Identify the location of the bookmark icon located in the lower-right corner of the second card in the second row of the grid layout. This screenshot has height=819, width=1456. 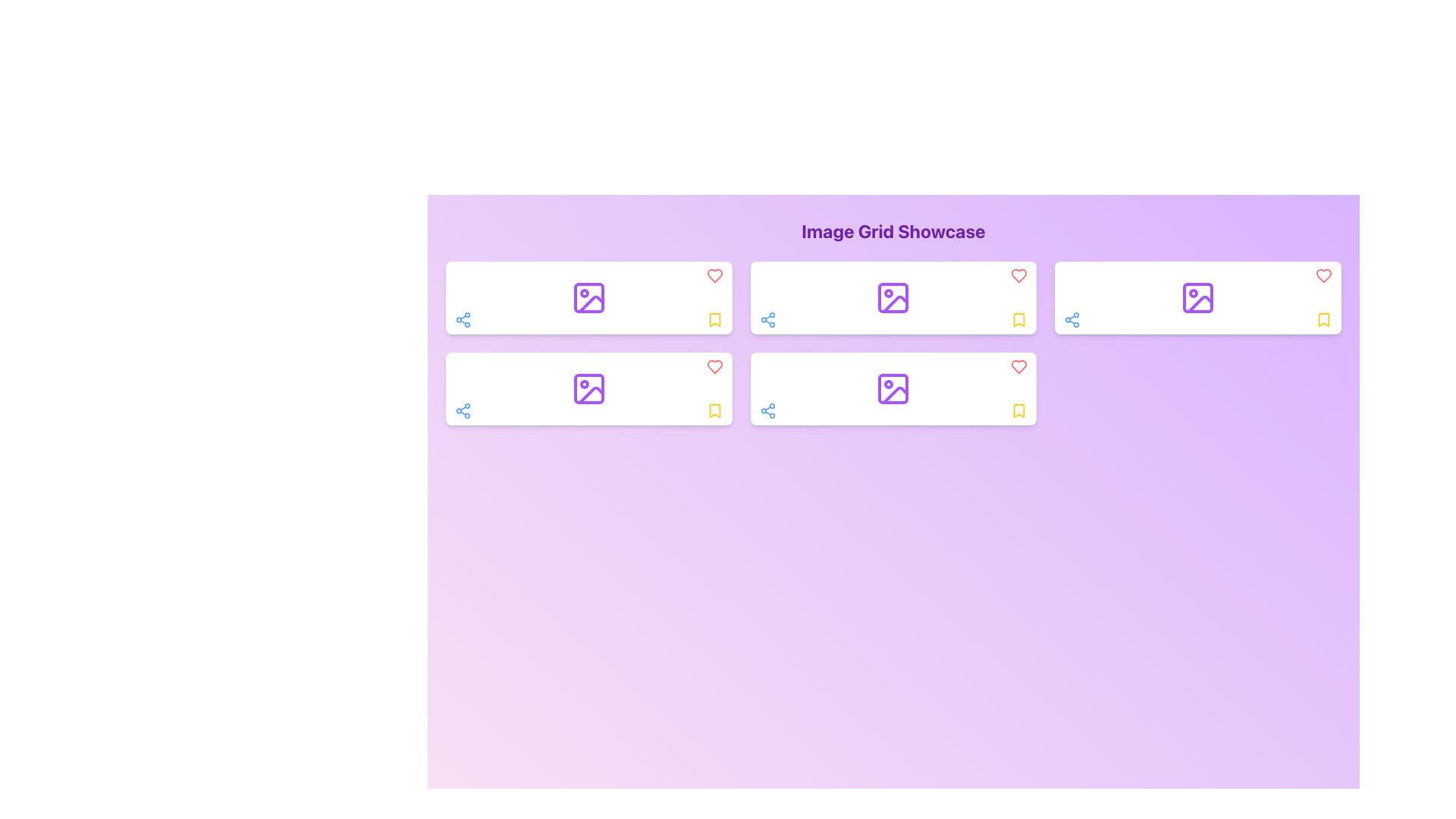
(1019, 411).